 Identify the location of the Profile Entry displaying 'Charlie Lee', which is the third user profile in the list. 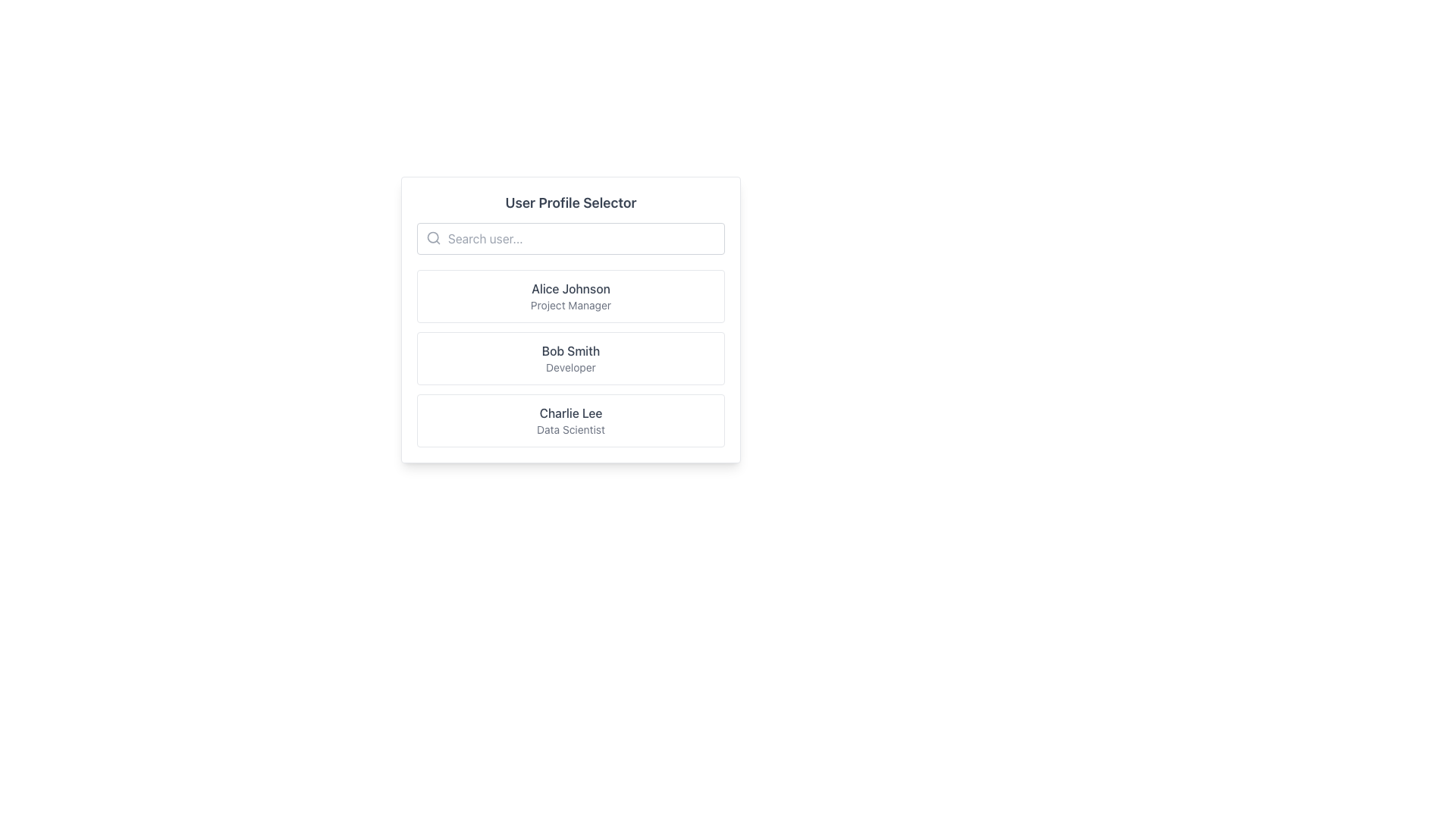
(570, 421).